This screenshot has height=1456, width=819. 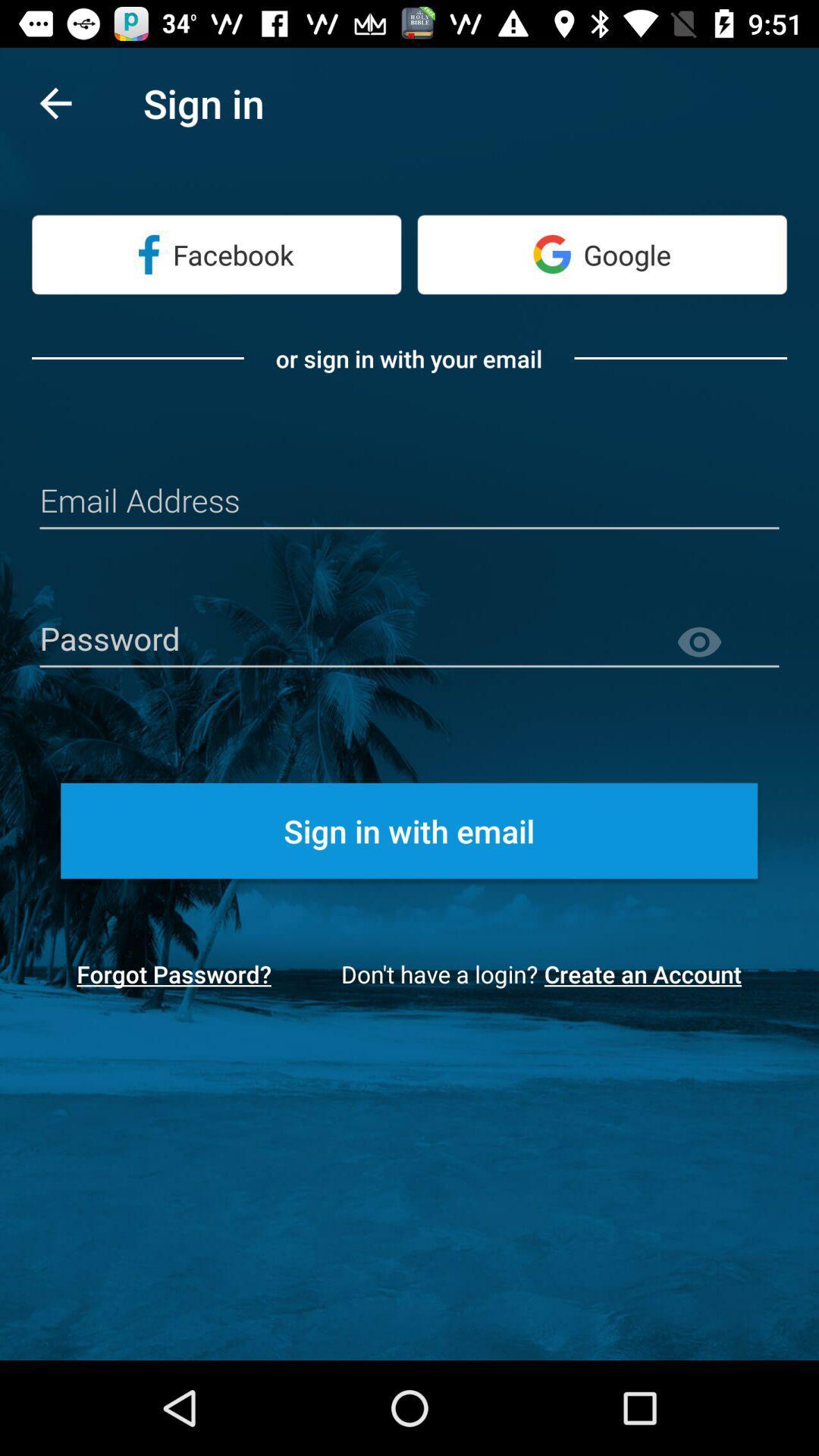 I want to click on show password, so click(x=726, y=642).